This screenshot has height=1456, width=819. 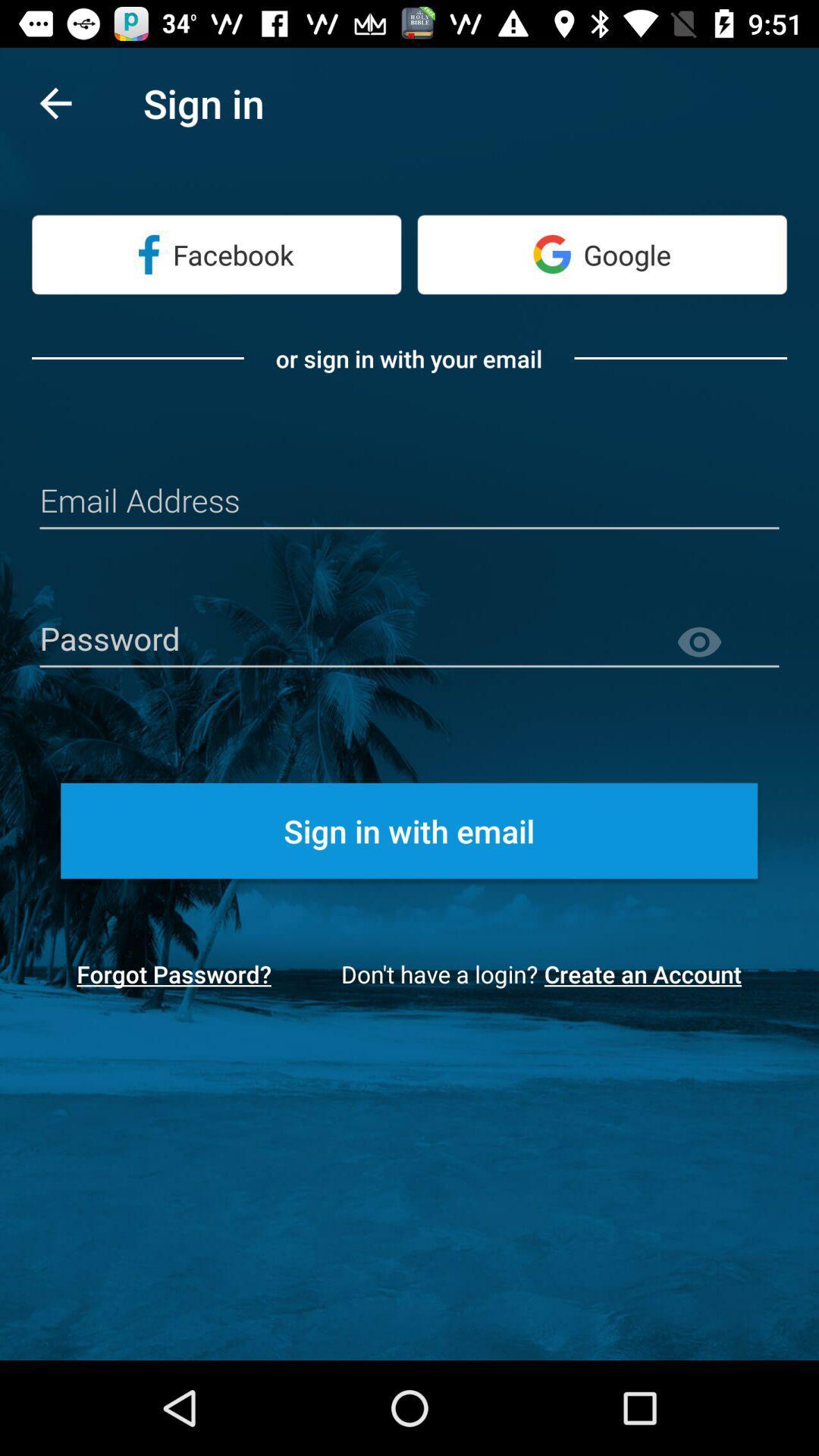 I want to click on show password, so click(x=726, y=642).